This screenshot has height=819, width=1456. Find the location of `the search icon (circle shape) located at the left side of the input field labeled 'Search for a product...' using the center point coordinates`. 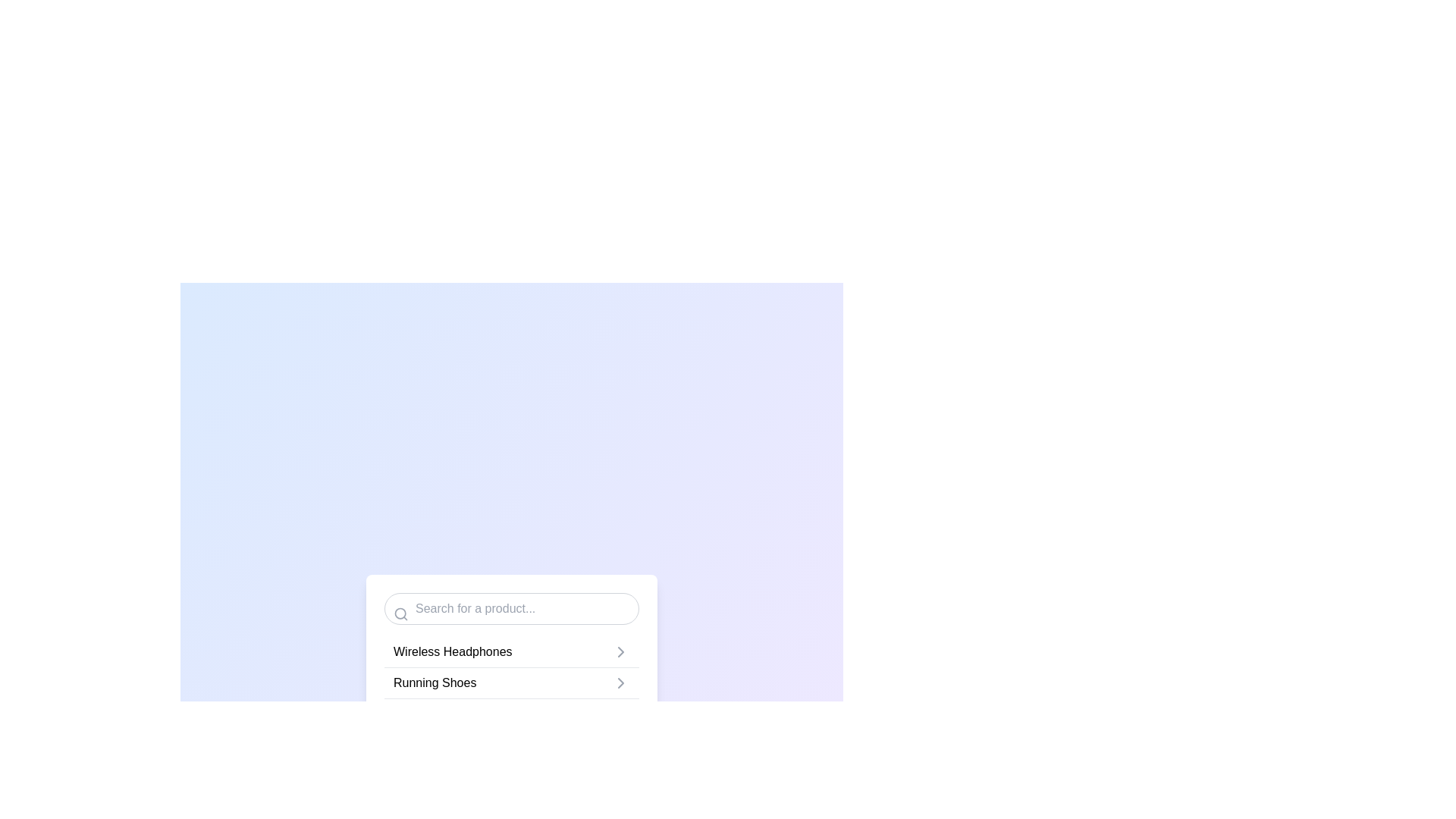

the search icon (circle shape) located at the left side of the input field labeled 'Search for a product...' using the center point coordinates is located at coordinates (400, 613).